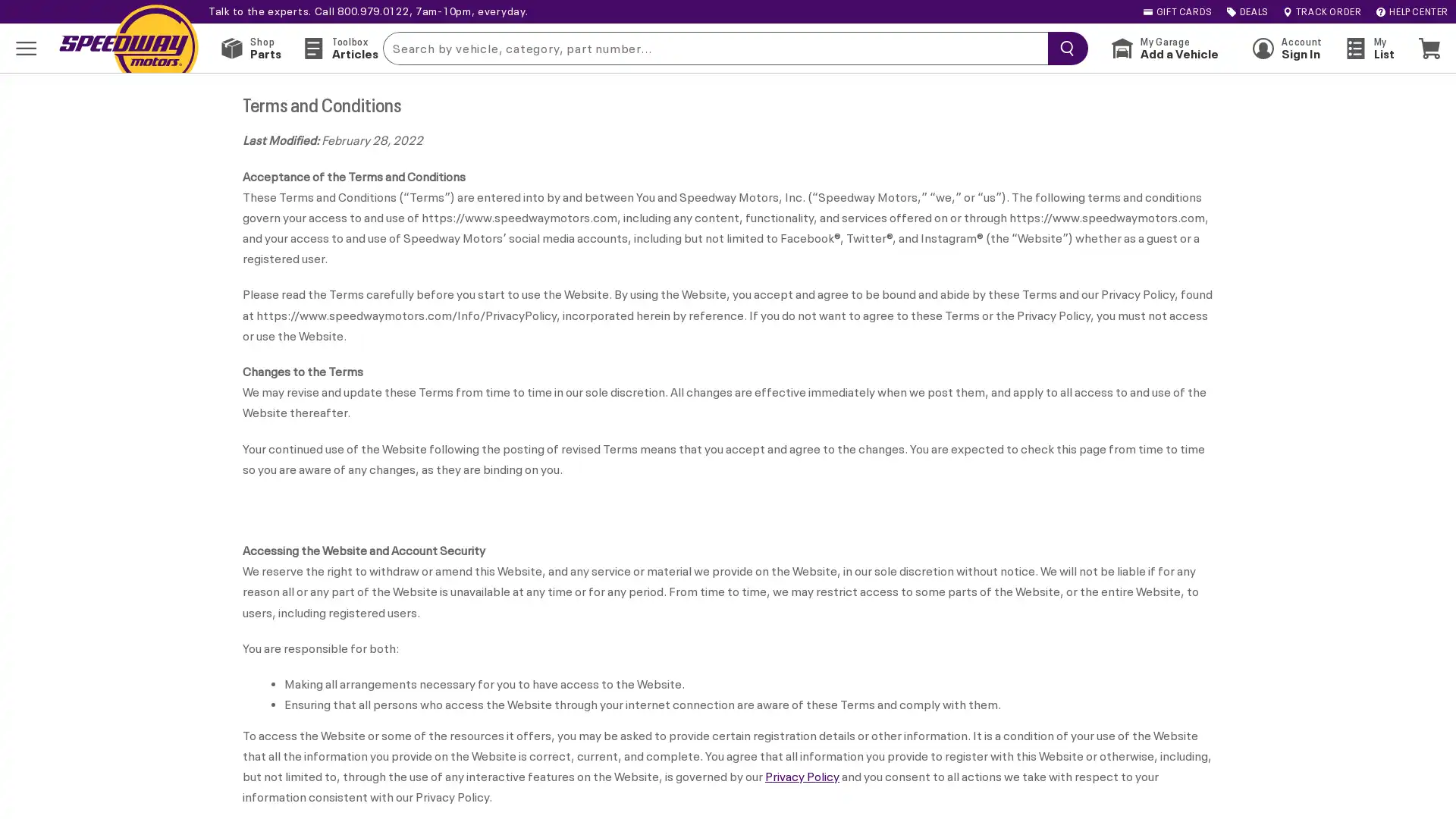  What do you see at coordinates (1286, 47) in the screenshot?
I see `Account Sign In` at bounding box center [1286, 47].